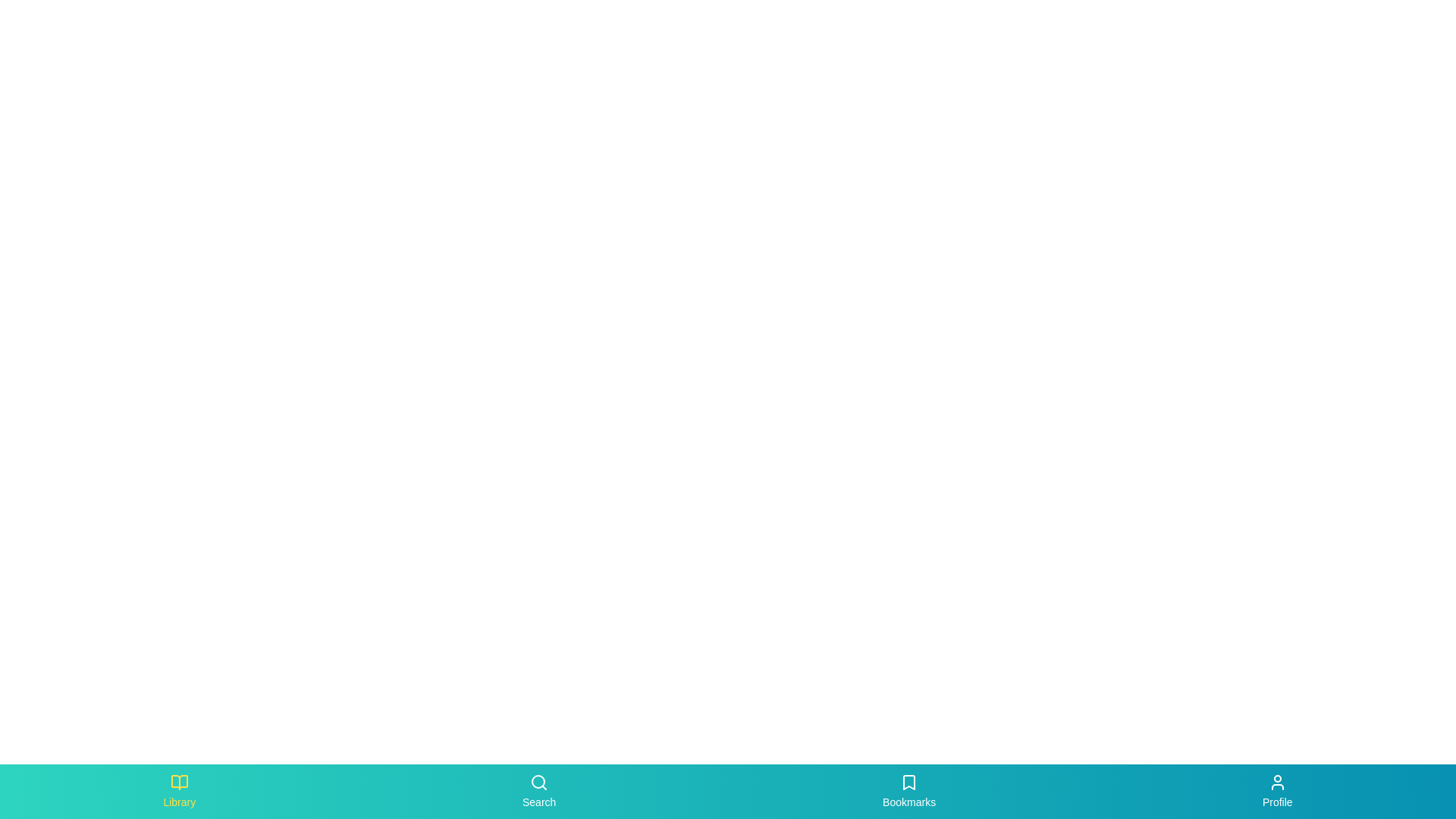 The height and width of the screenshot is (819, 1456). I want to click on the Profile tab to navigate to it, so click(1276, 791).